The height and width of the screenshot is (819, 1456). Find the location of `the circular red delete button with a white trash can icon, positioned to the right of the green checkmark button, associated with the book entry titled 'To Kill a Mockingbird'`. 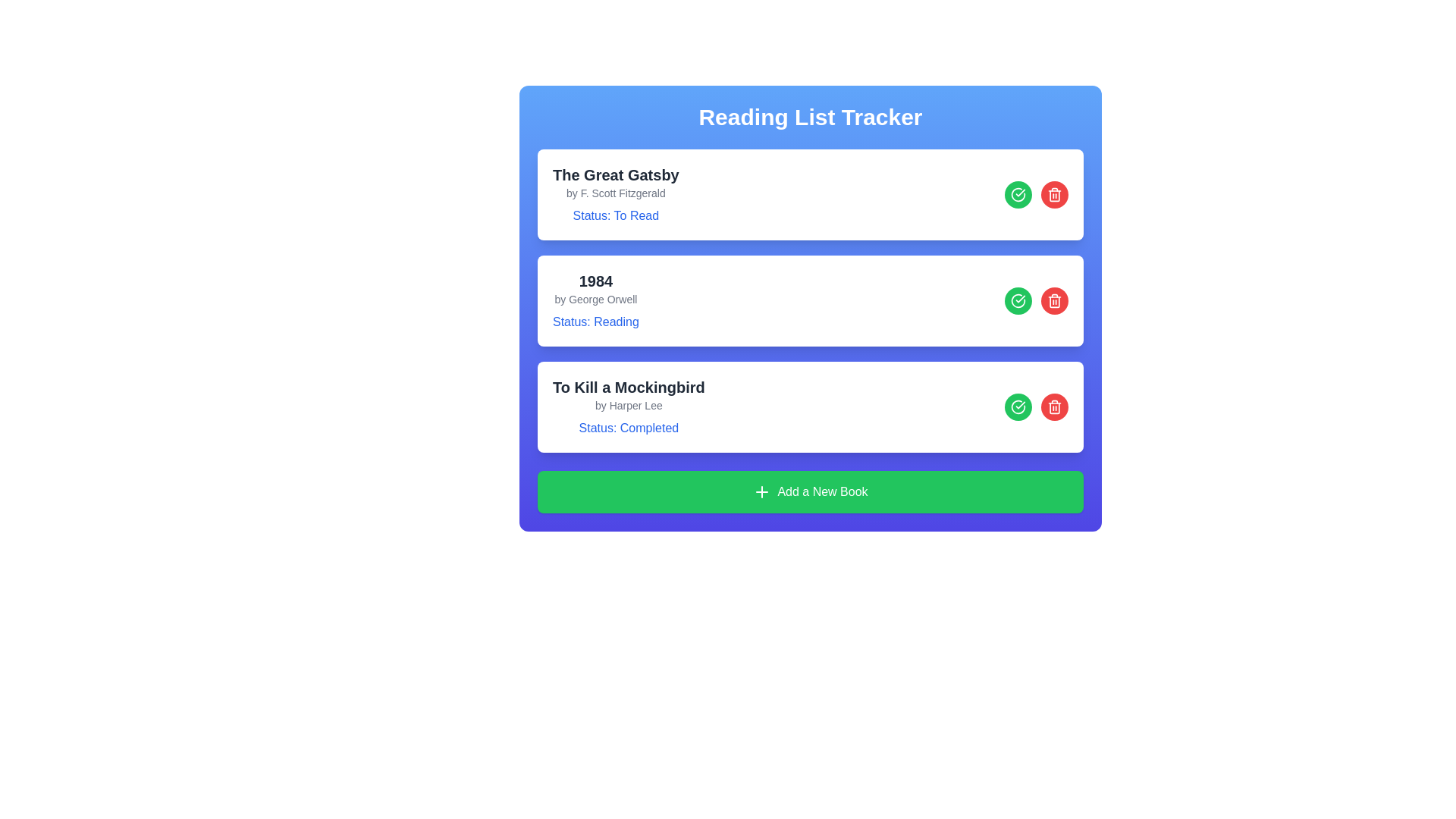

the circular red delete button with a white trash can icon, positioned to the right of the green checkmark button, associated with the book entry titled 'To Kill a Mockingbird' is located at coordinates (1054, 406).